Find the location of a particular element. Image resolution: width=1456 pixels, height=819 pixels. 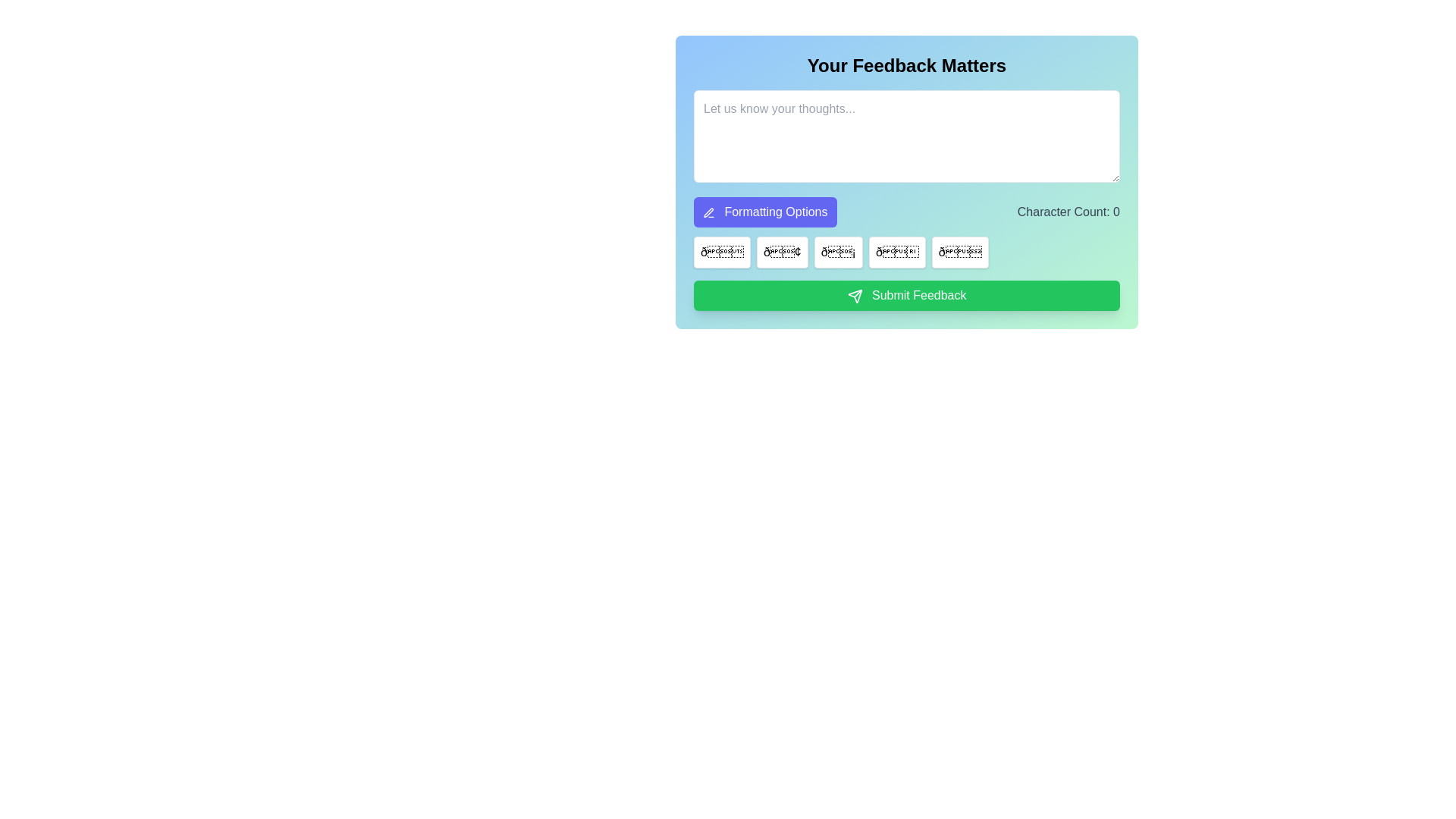

the edit icon depicted as a pen or stylus, which is located to the left of the 'Formatting Options' text, serving as an option to adjust properties or settings is located at coordinates (708, 212).